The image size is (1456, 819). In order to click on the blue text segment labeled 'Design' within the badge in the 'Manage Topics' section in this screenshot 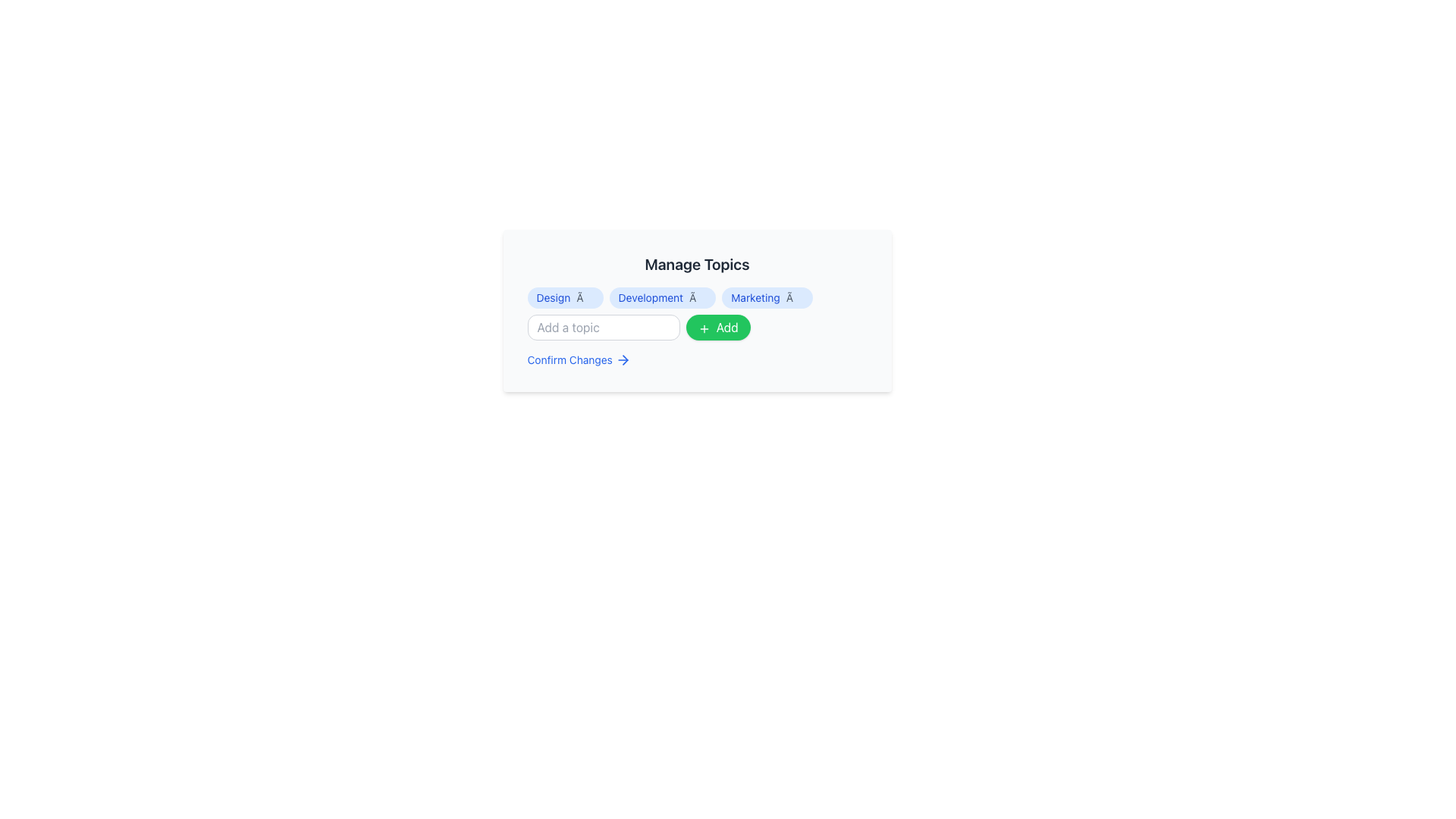, I will do `click(552, 298)`.